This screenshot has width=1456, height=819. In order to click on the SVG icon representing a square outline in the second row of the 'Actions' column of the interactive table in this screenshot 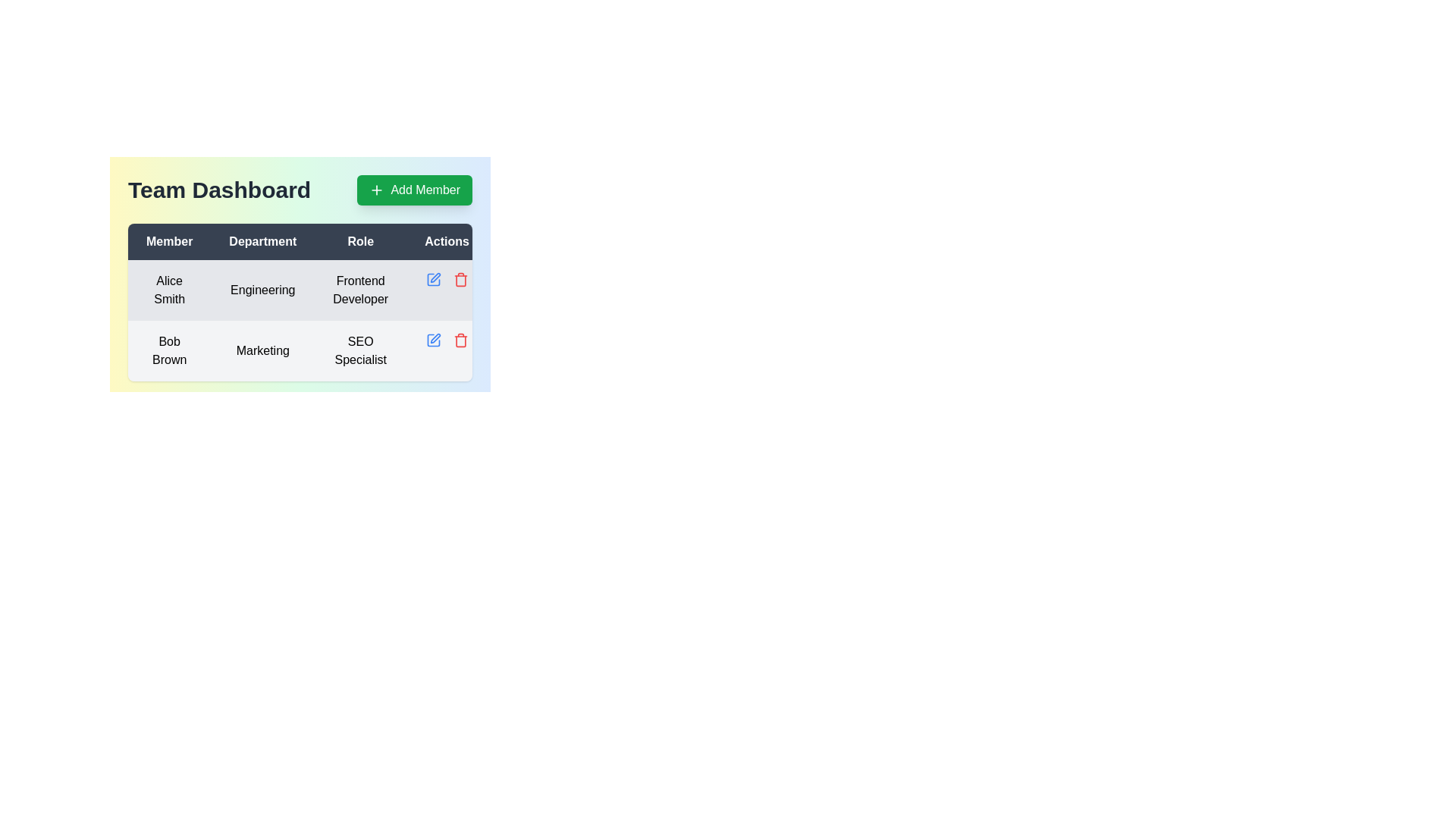, I will do `click(432, 280)`.